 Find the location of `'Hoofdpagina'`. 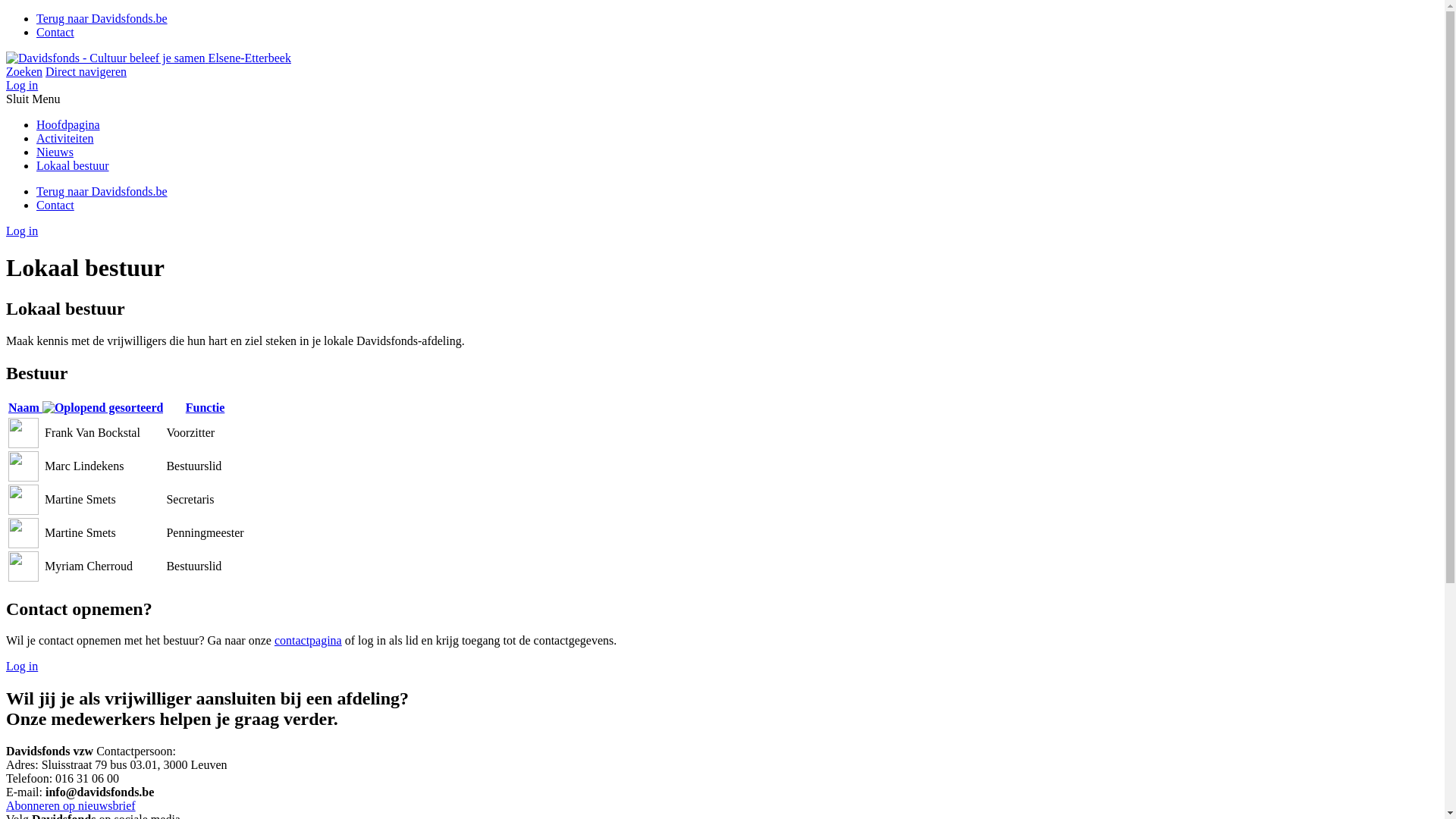

'Hoofdpagina' is located at coordinates (67, 124).